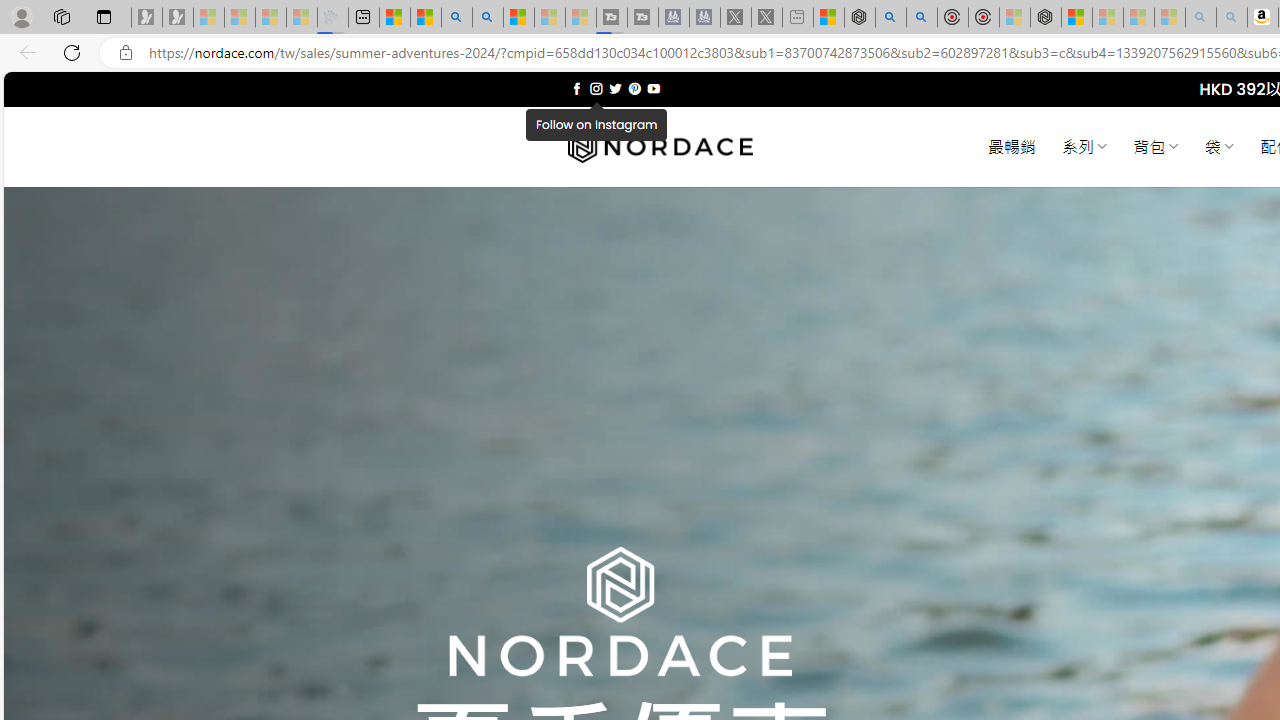  I want to click on 'Newsletter Sign Up - Sleeping', so click(177, 17).